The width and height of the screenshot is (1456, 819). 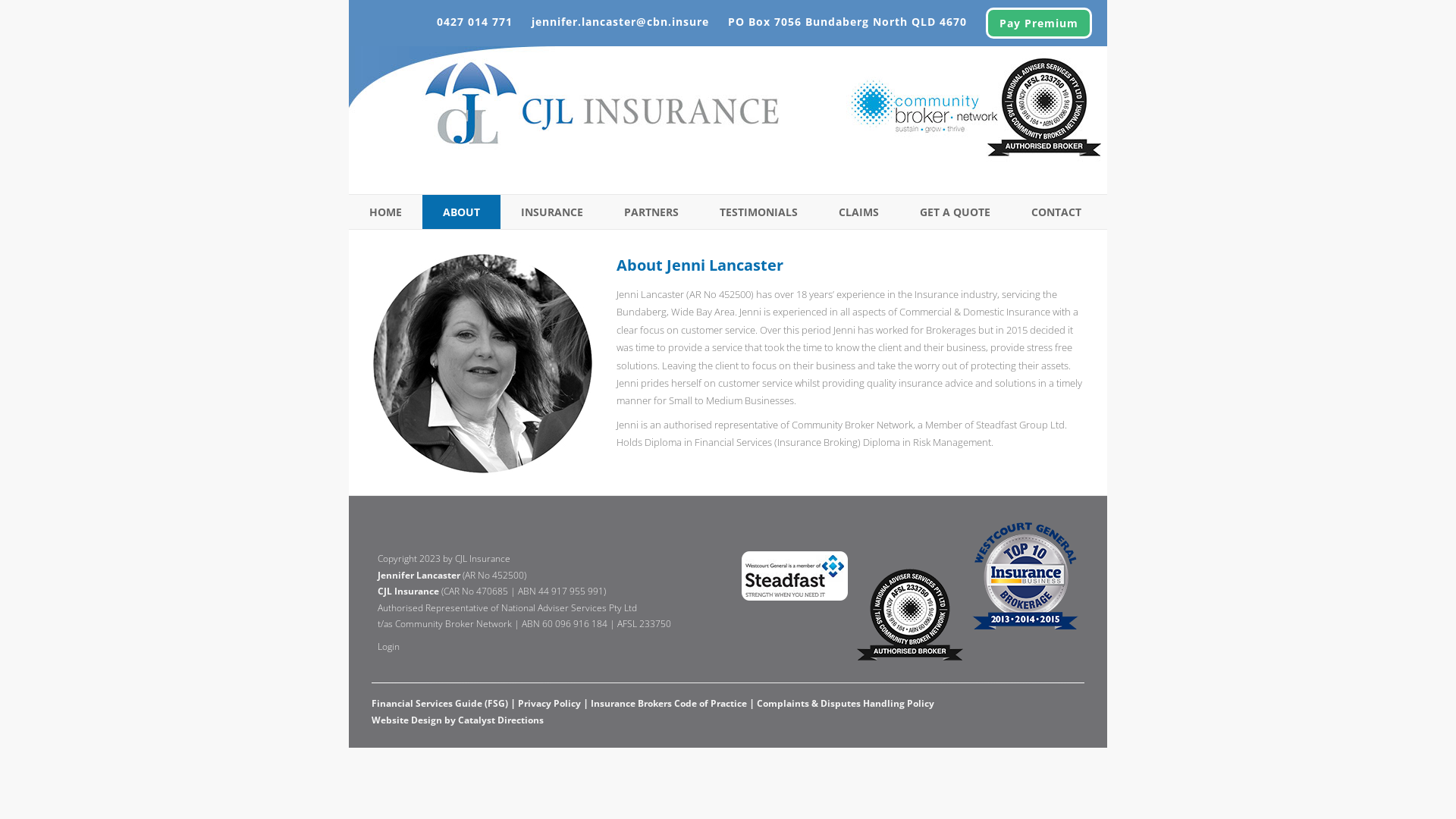 I want to click on 'Pay Premium', so click(x=1037, y=23).